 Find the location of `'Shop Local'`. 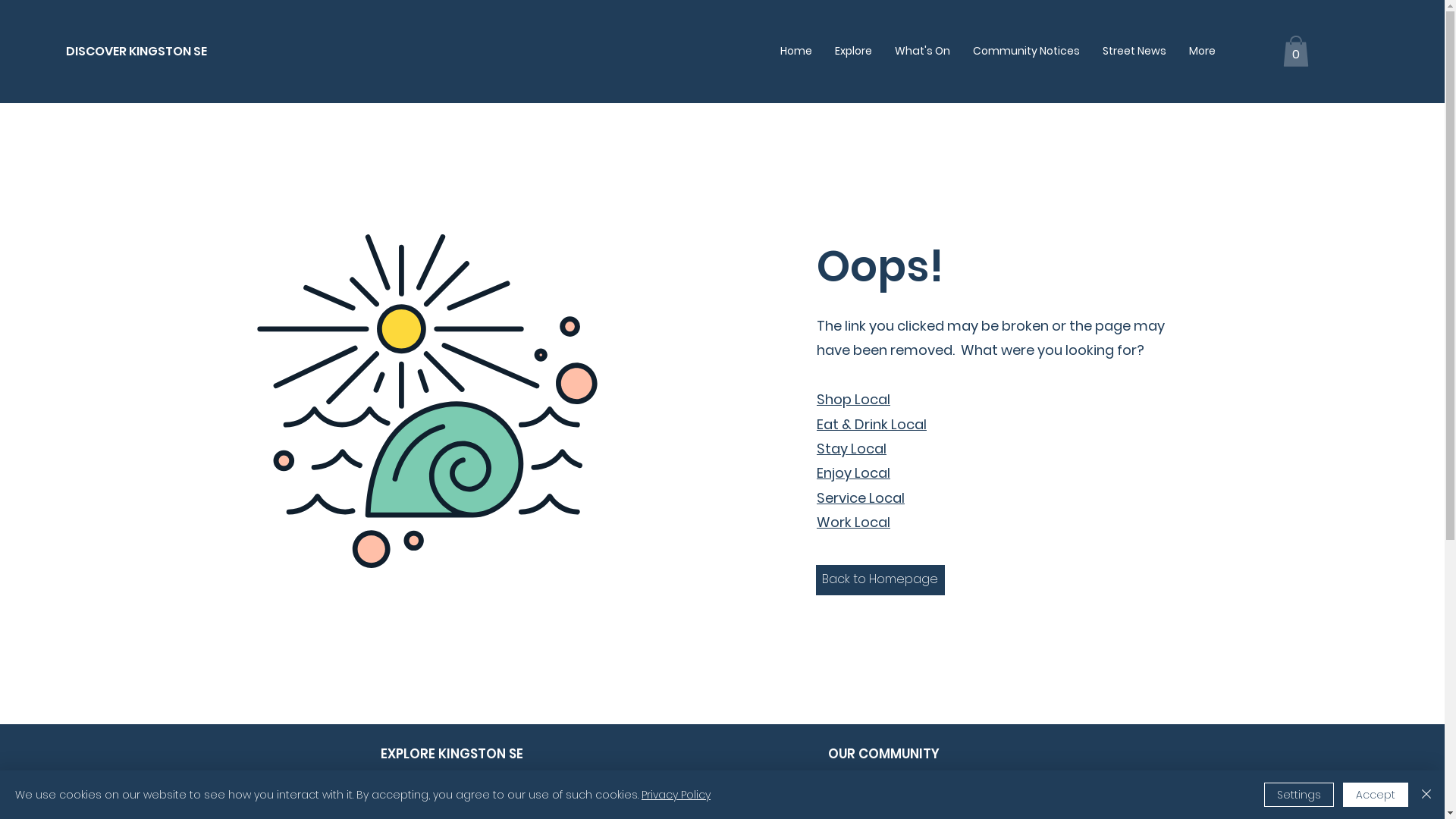

'Shop Local' is located at coordinates (853, 398).